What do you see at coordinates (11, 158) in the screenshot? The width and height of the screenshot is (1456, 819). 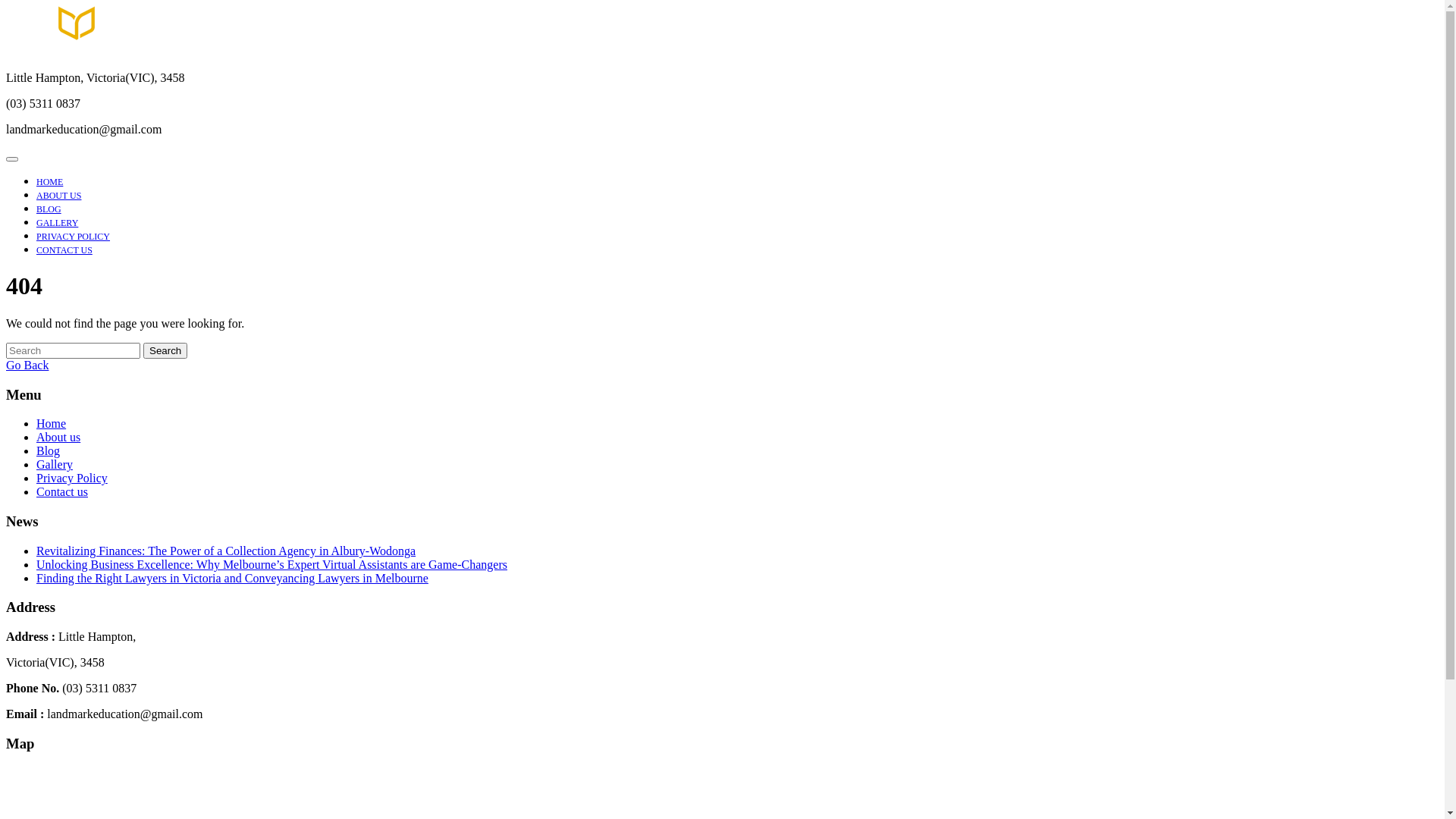 I see `'Open Menu'` at bounding box center [11, 158].